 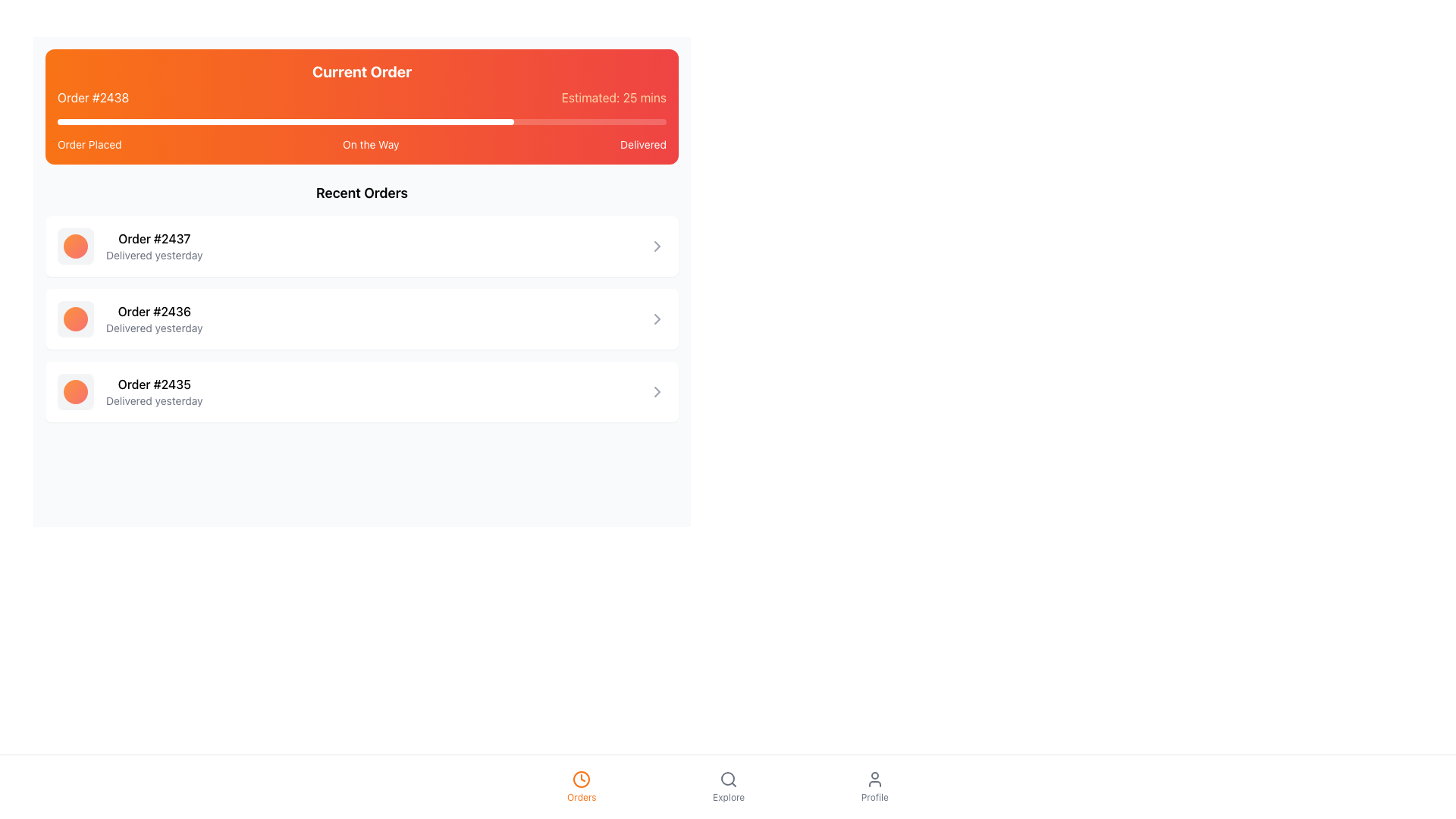 I want to click on the text label providing status information about the order, which indicates that it was delivered on the previous day, located below the title 'Order #2435', so click(x=154, y=400).